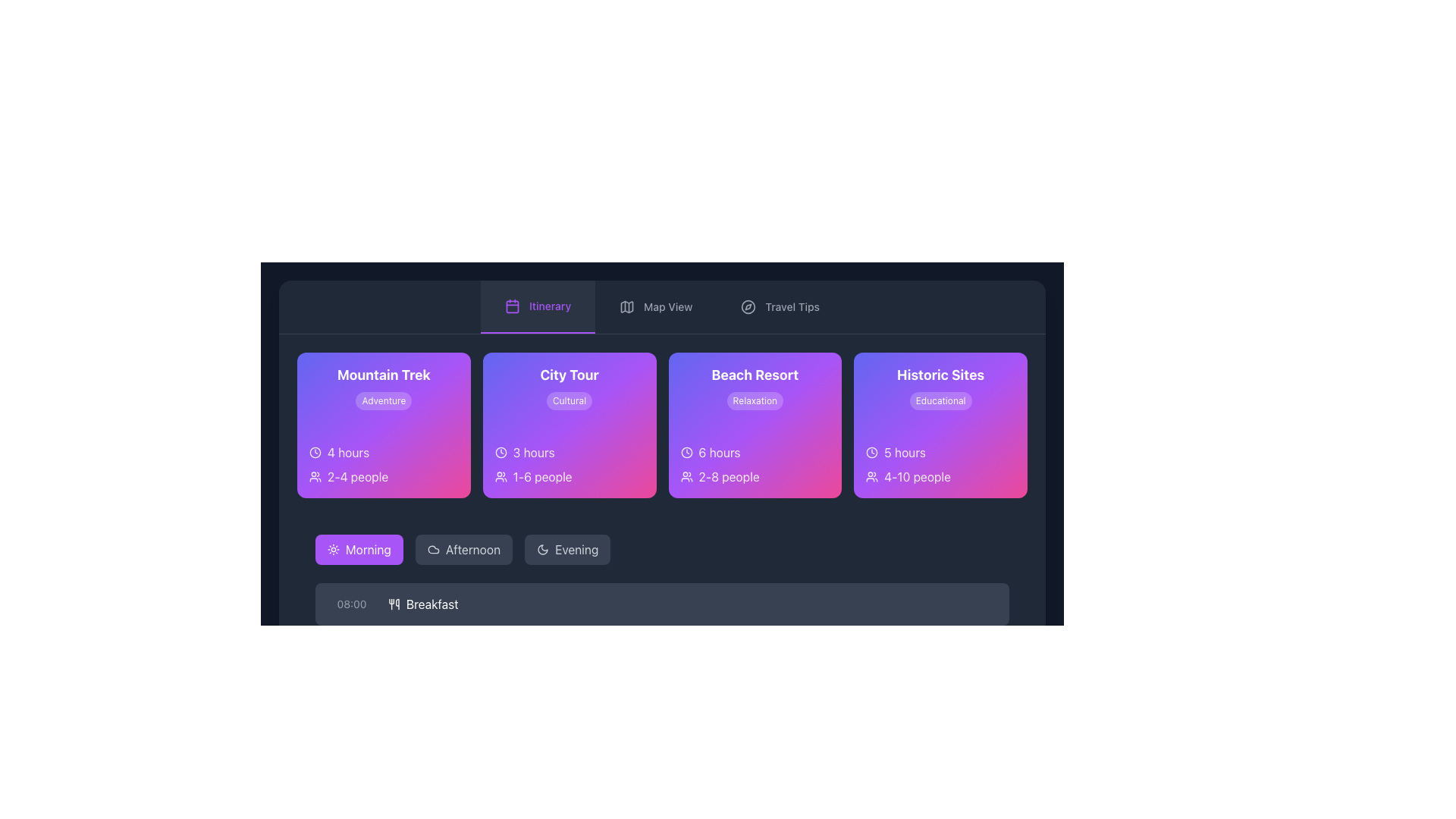  Describe the element at coordinates (394, 604) in the screenshot. I see `the dining icon located` at that location.